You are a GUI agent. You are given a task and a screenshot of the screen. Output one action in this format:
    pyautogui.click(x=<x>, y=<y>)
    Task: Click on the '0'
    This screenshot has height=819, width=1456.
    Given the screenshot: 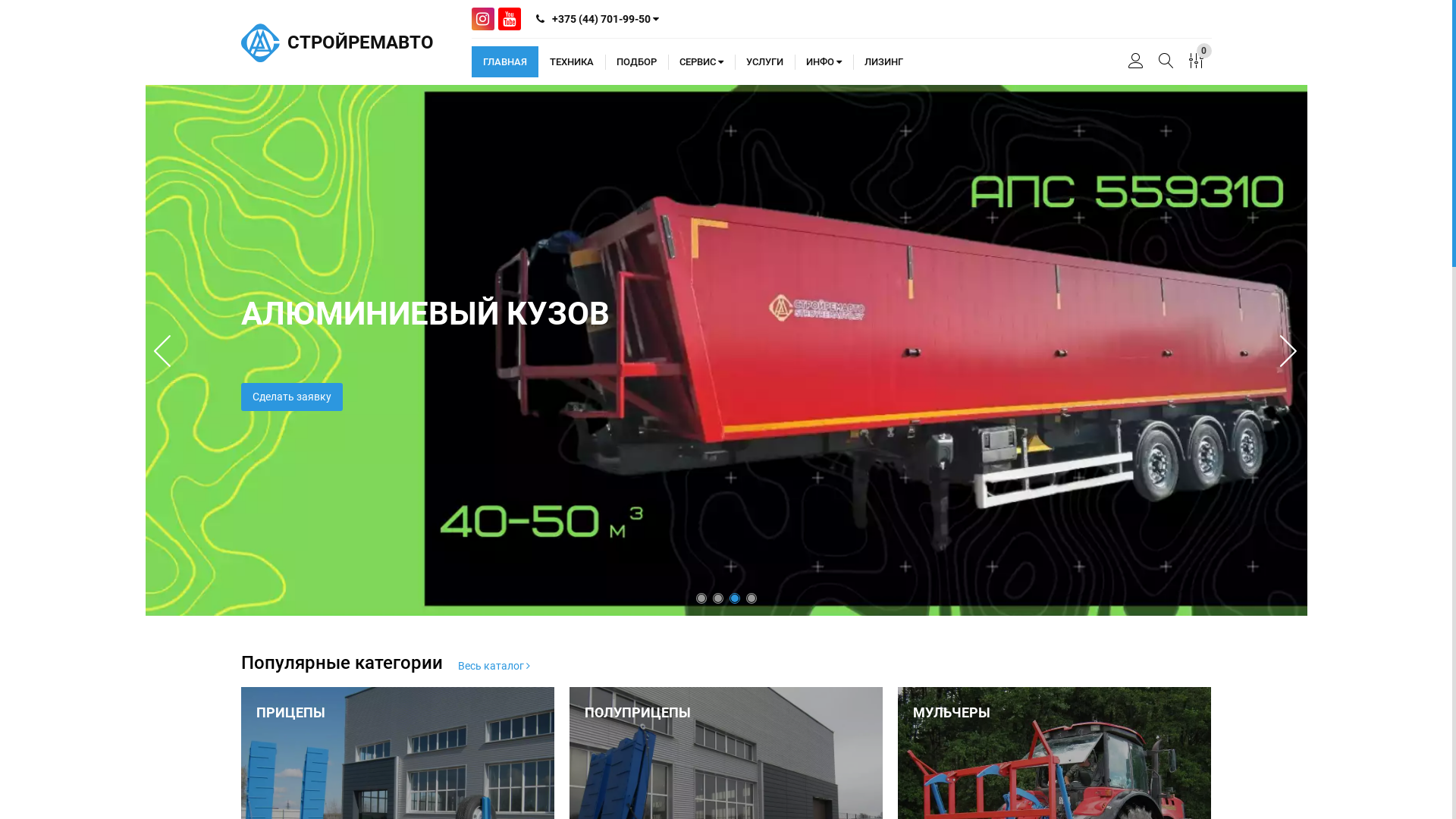 What is the action you would take?
    pyautogui.click(x=1196, y=61)
    